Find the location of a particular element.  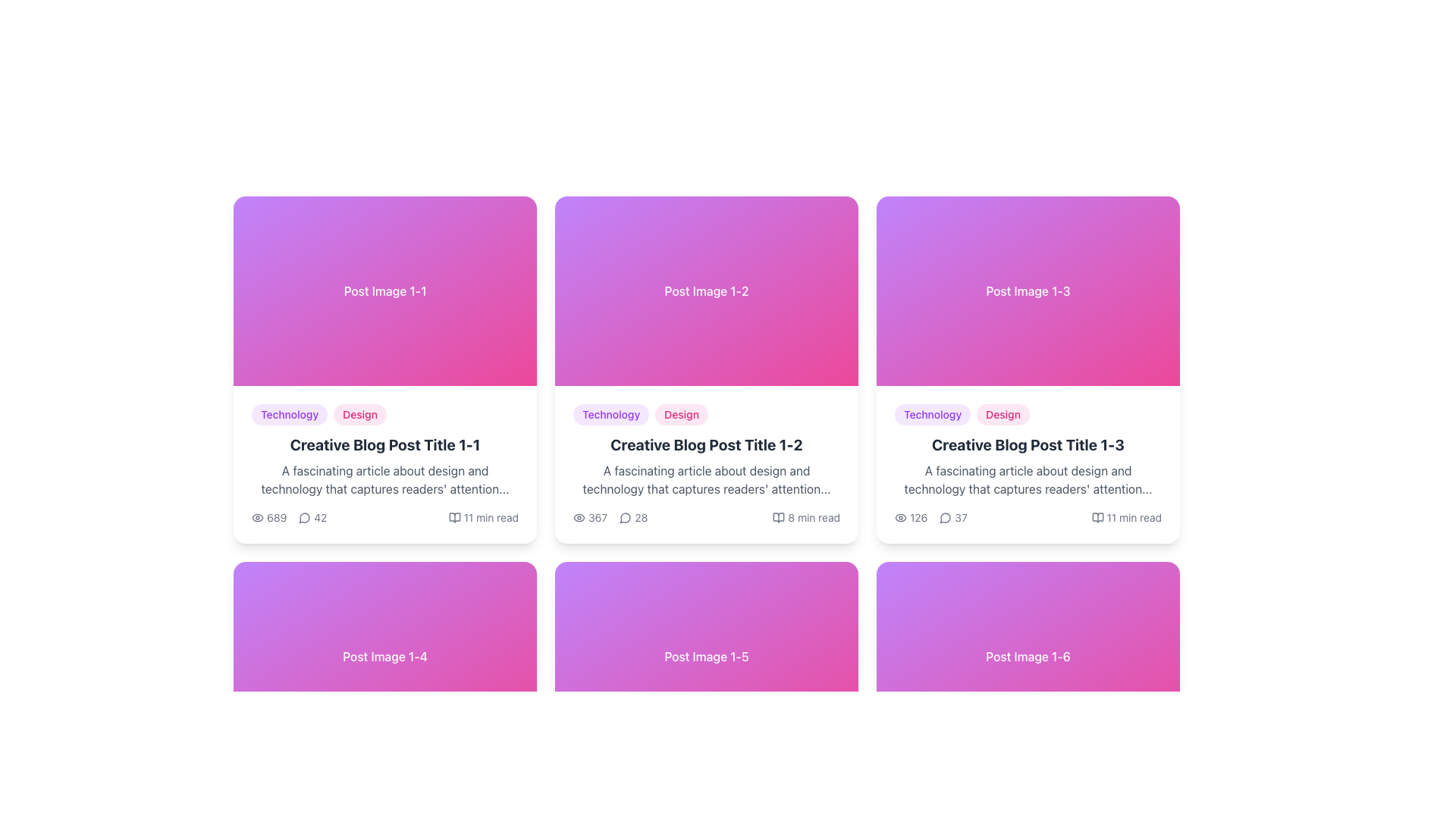

the text label that displays 'Creative Blog Post Title 1-1' to change its color from dark gray to purple is located at coordinates (385, 444).